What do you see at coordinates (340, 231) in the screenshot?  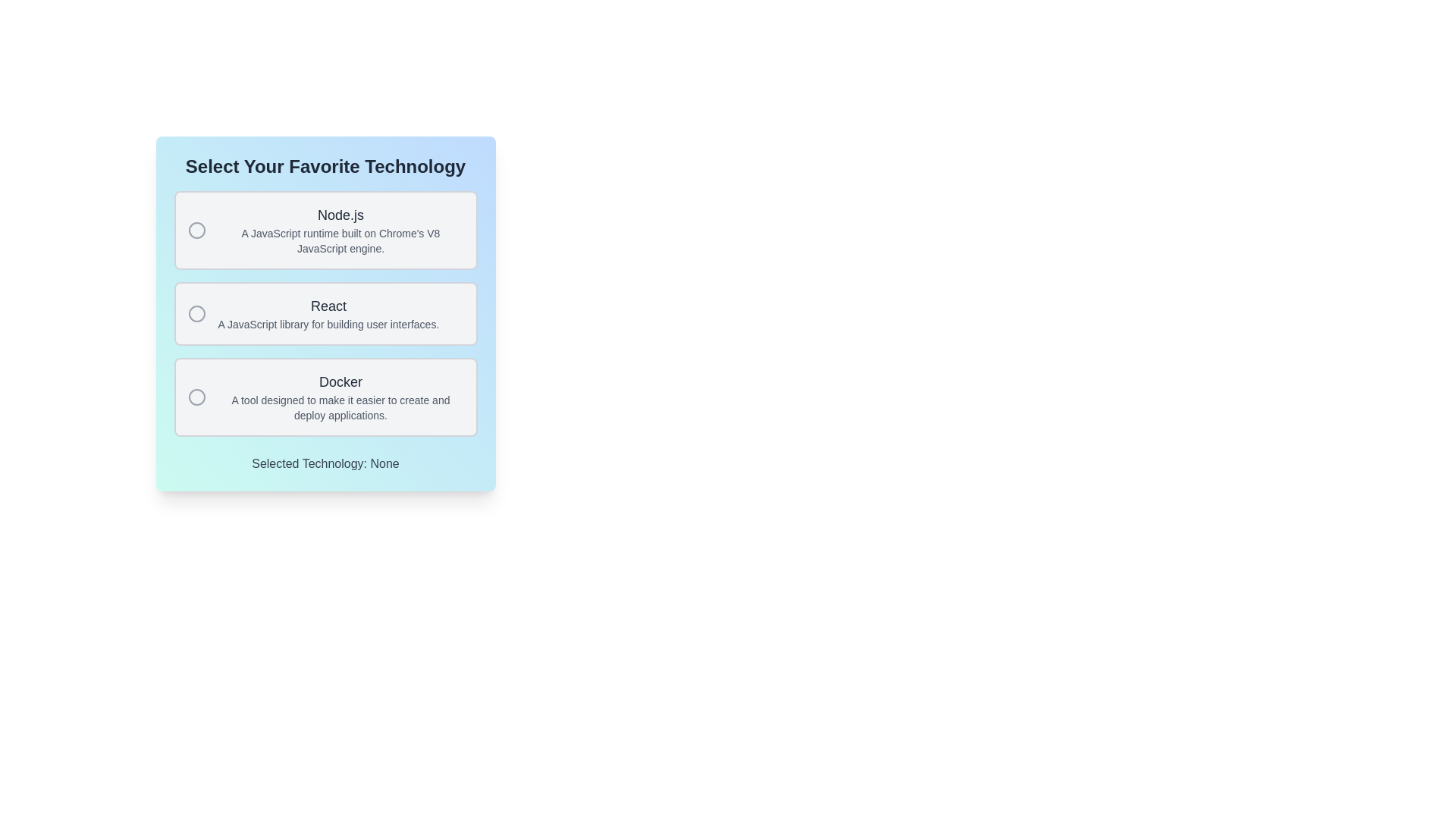 I see `informational text about 'Node.js' located at the top of the selectable list of technologies beneath the main heading 'Select Your Favorite Technology'` at bounding box center [340, 231].